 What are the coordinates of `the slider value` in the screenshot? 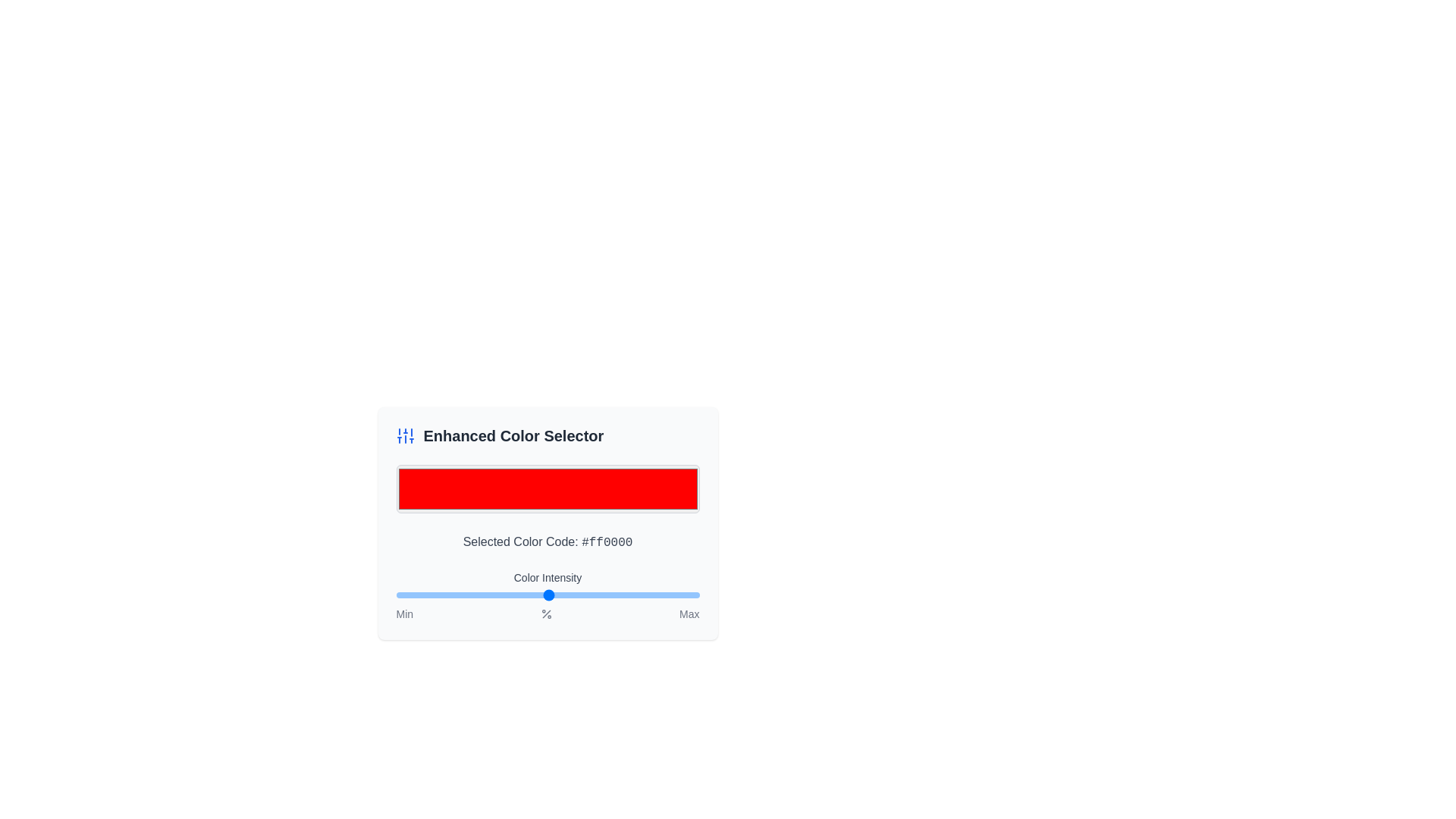 It's located at (441, 595).